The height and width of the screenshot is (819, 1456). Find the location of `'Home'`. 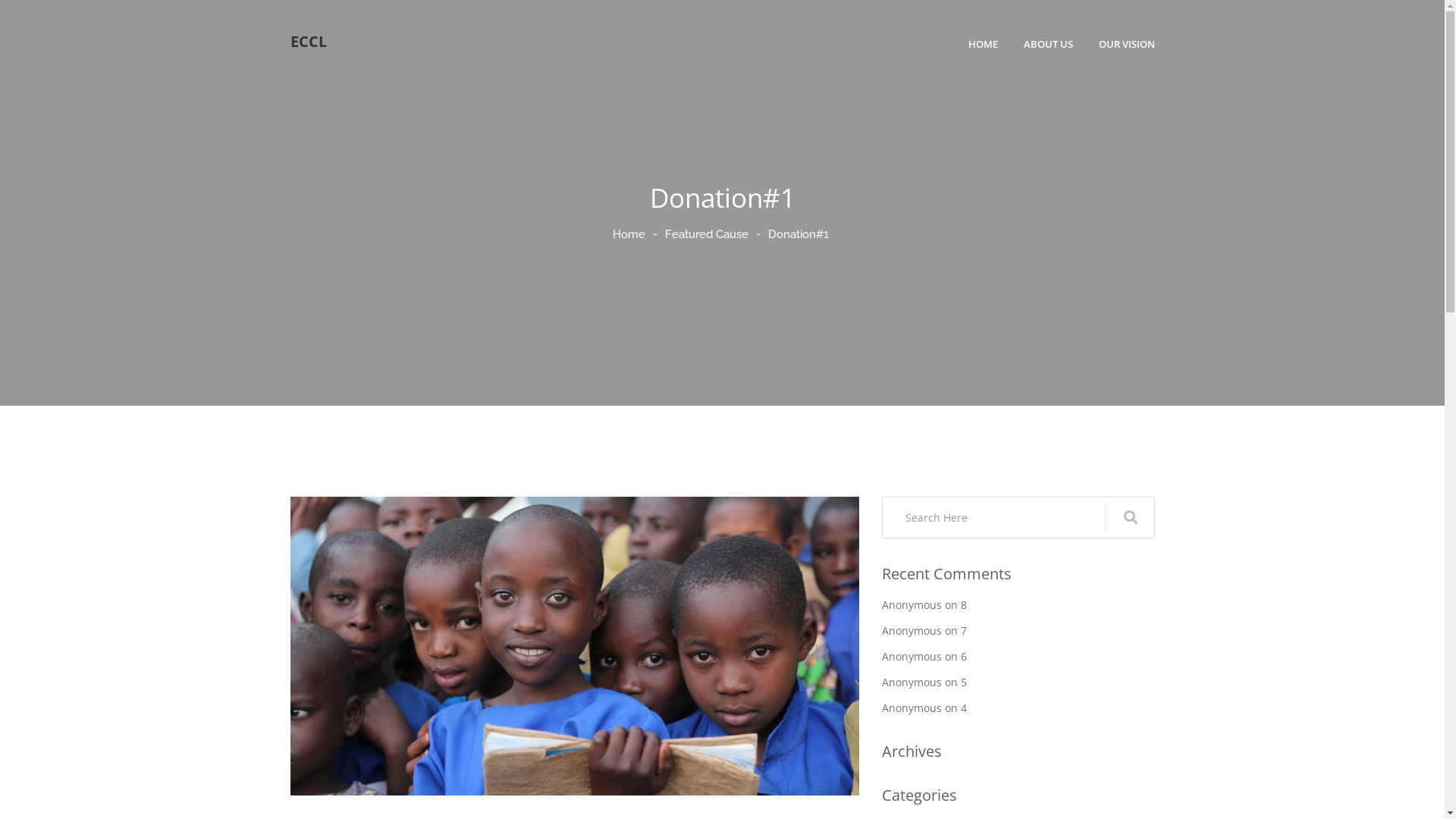

'Home' is located at coordinates (629, 234).